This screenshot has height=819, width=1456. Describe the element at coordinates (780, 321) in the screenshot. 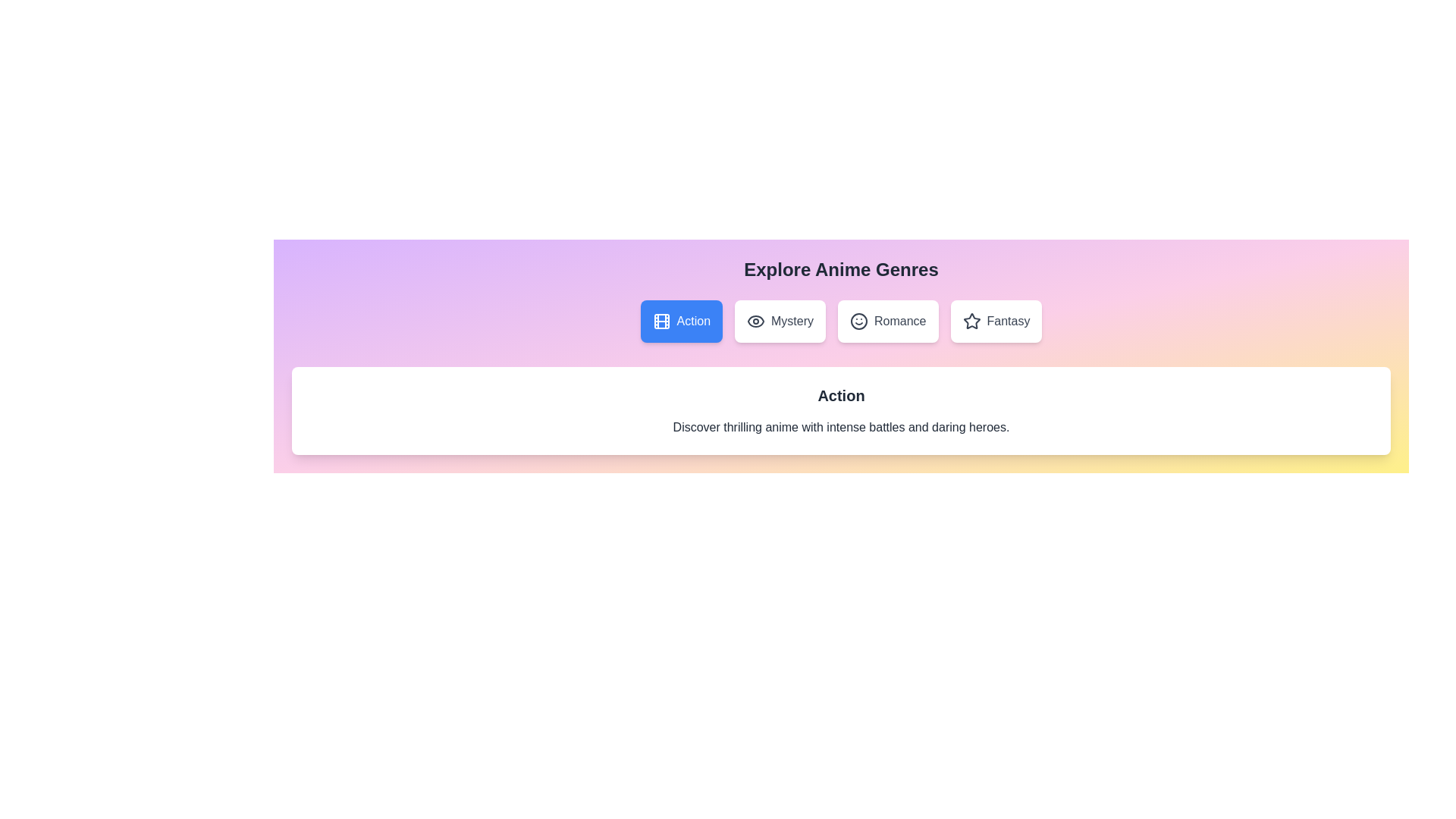

I see `the Mystery tab by clicking on it` at that location.